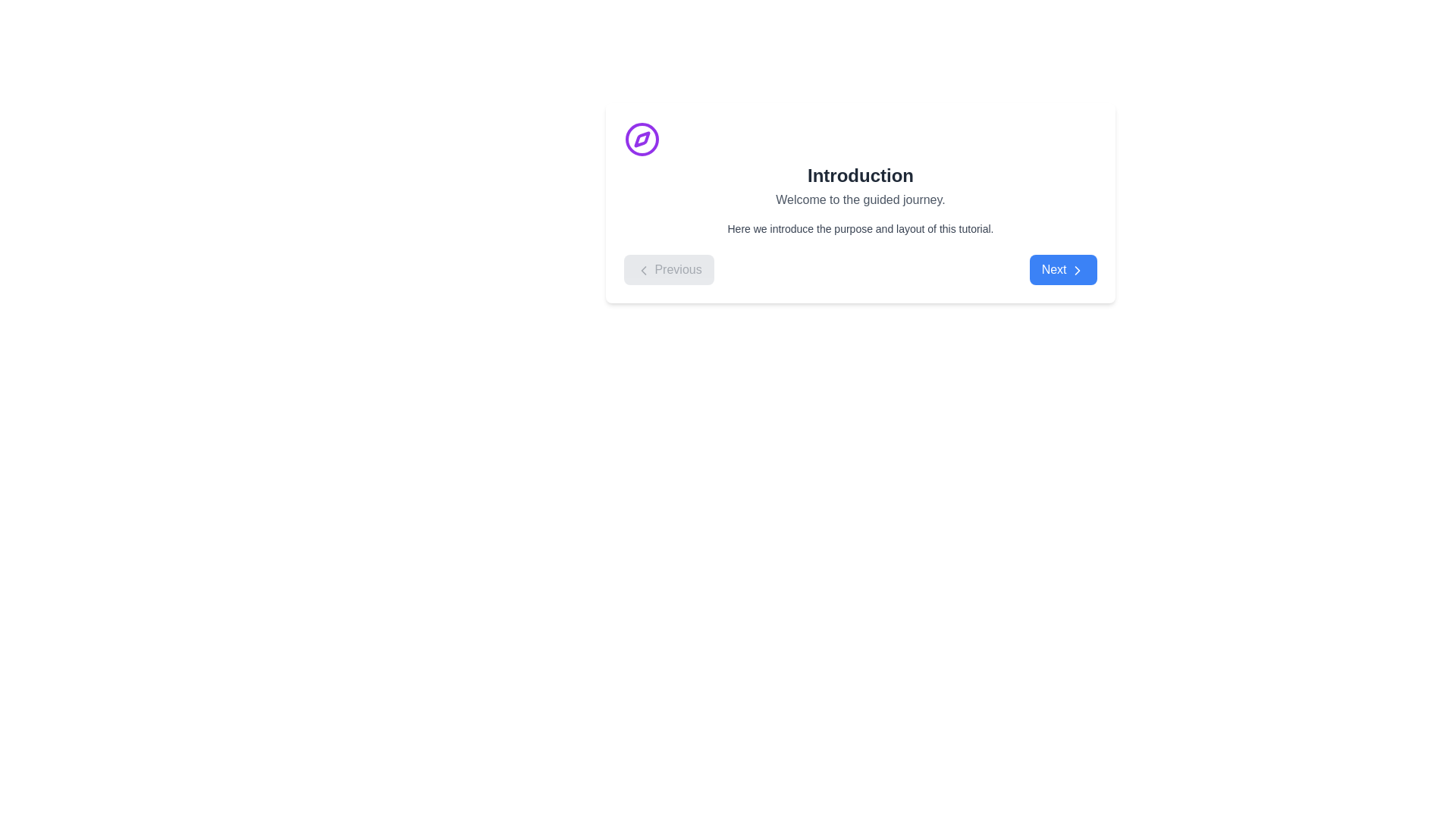 This screenshot has width=1456, height=819. I want to click on the leftward-pointing arrow icon within the 'Previous' button located in the bottom-left region of the white card containing the 'Introduction' text, so click(644, 268).